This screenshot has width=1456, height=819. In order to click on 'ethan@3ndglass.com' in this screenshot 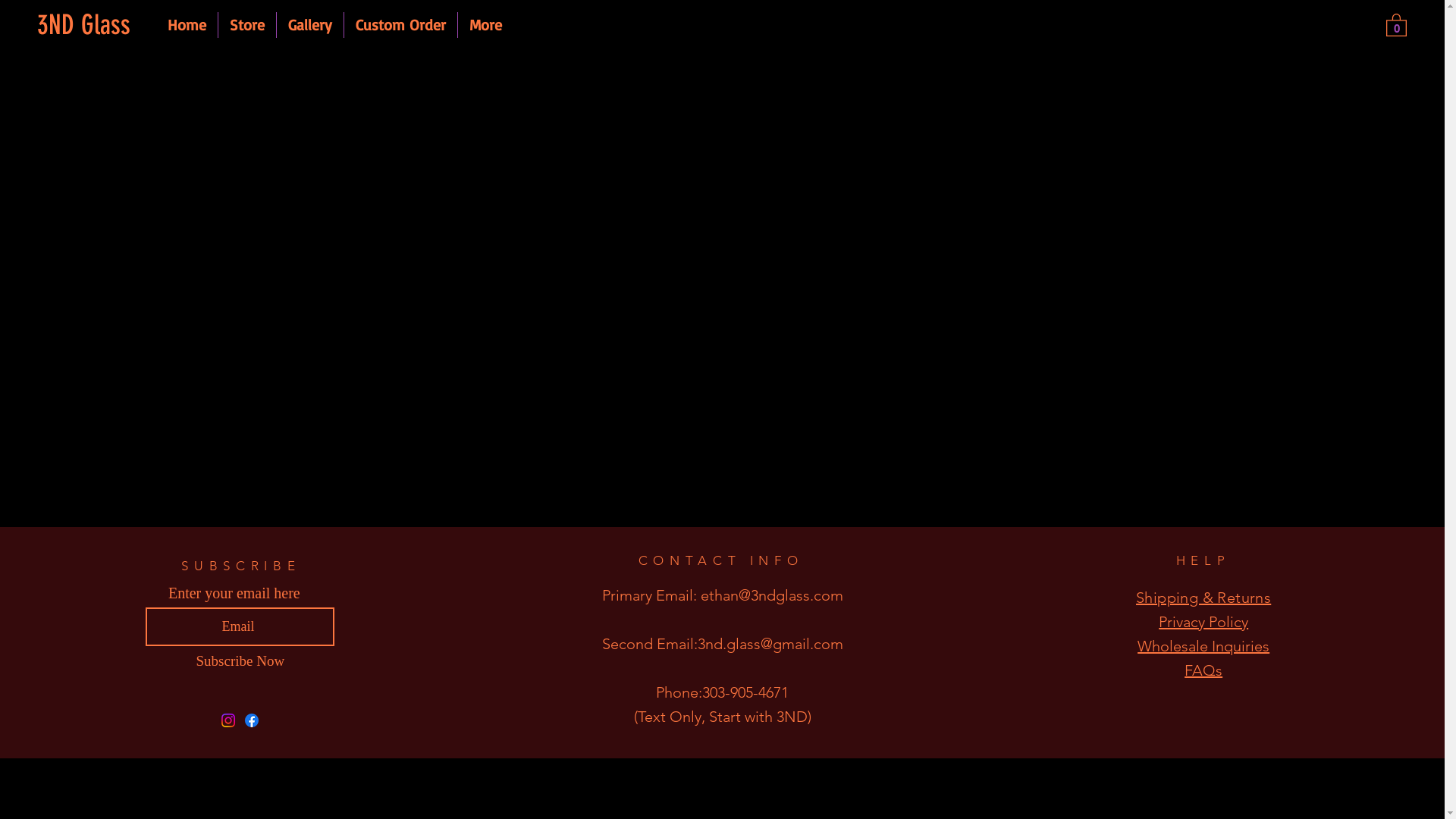, I will do `click(771, 595)`.